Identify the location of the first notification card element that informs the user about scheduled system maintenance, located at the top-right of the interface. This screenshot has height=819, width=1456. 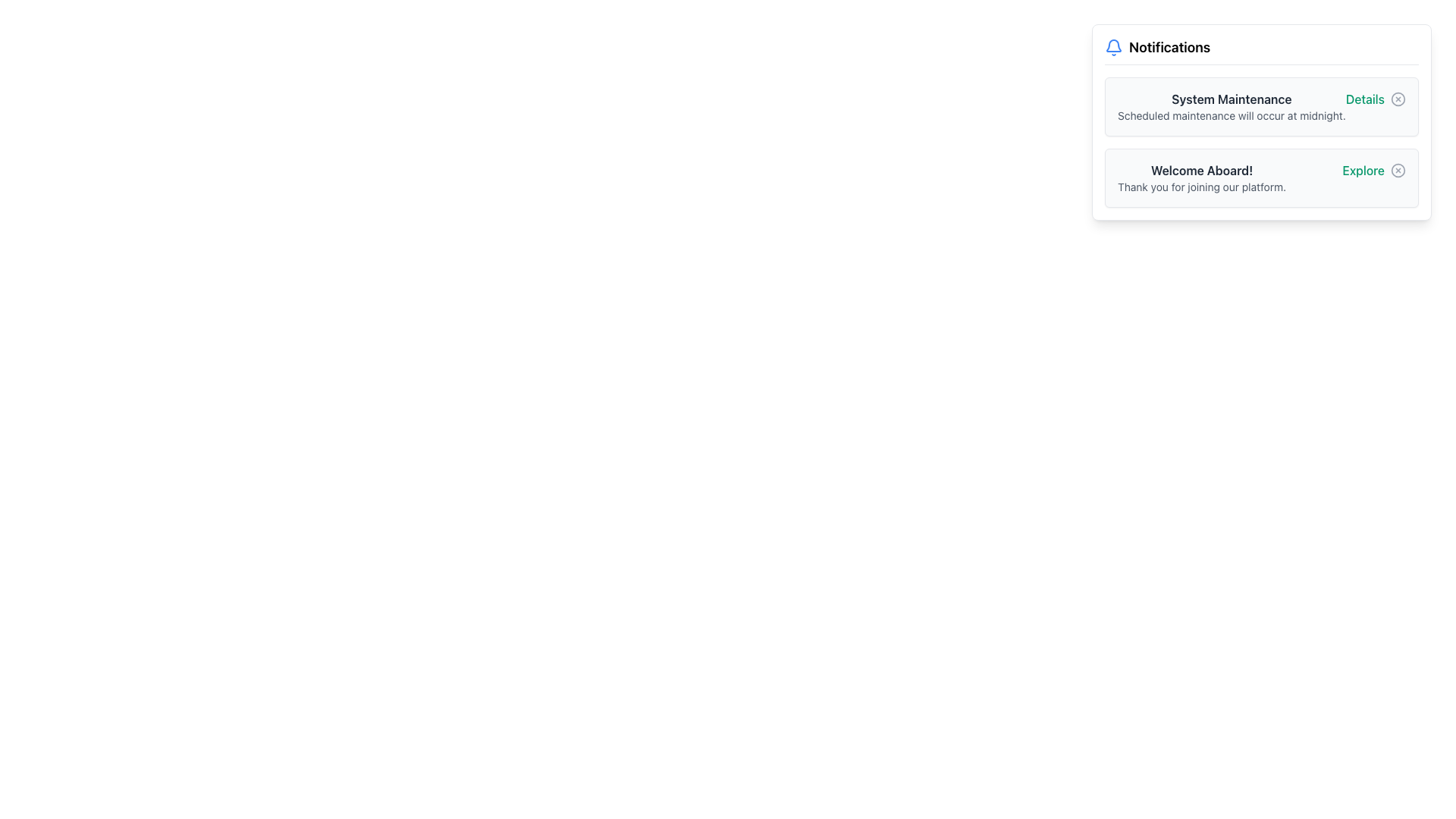
(1262, 121).